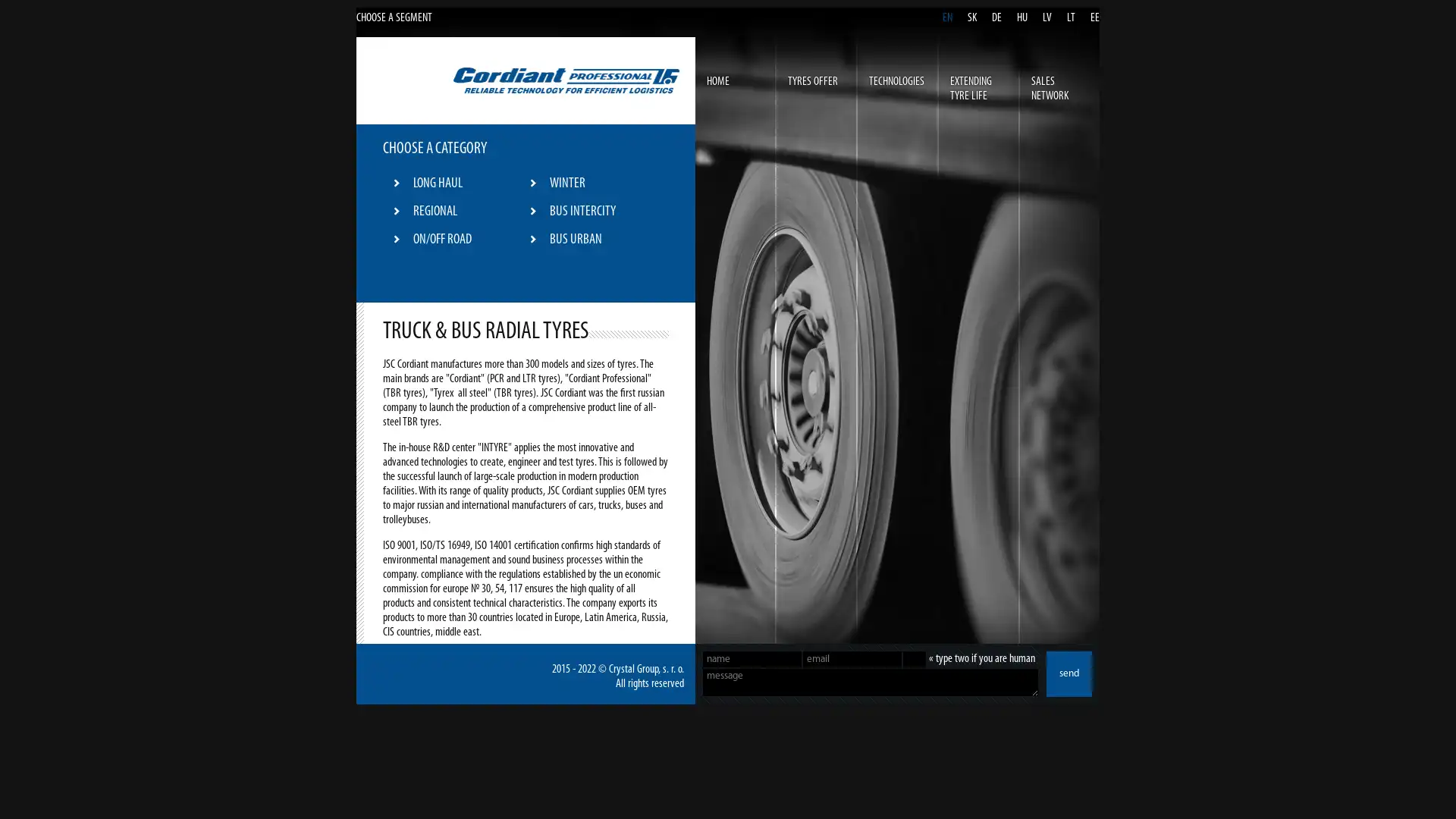 The width and height of the screenshot is (1456, 819). What do you see at coordinates (1068, 673) in the screenshot?
I see `send` at bounding box center [1068, 673].